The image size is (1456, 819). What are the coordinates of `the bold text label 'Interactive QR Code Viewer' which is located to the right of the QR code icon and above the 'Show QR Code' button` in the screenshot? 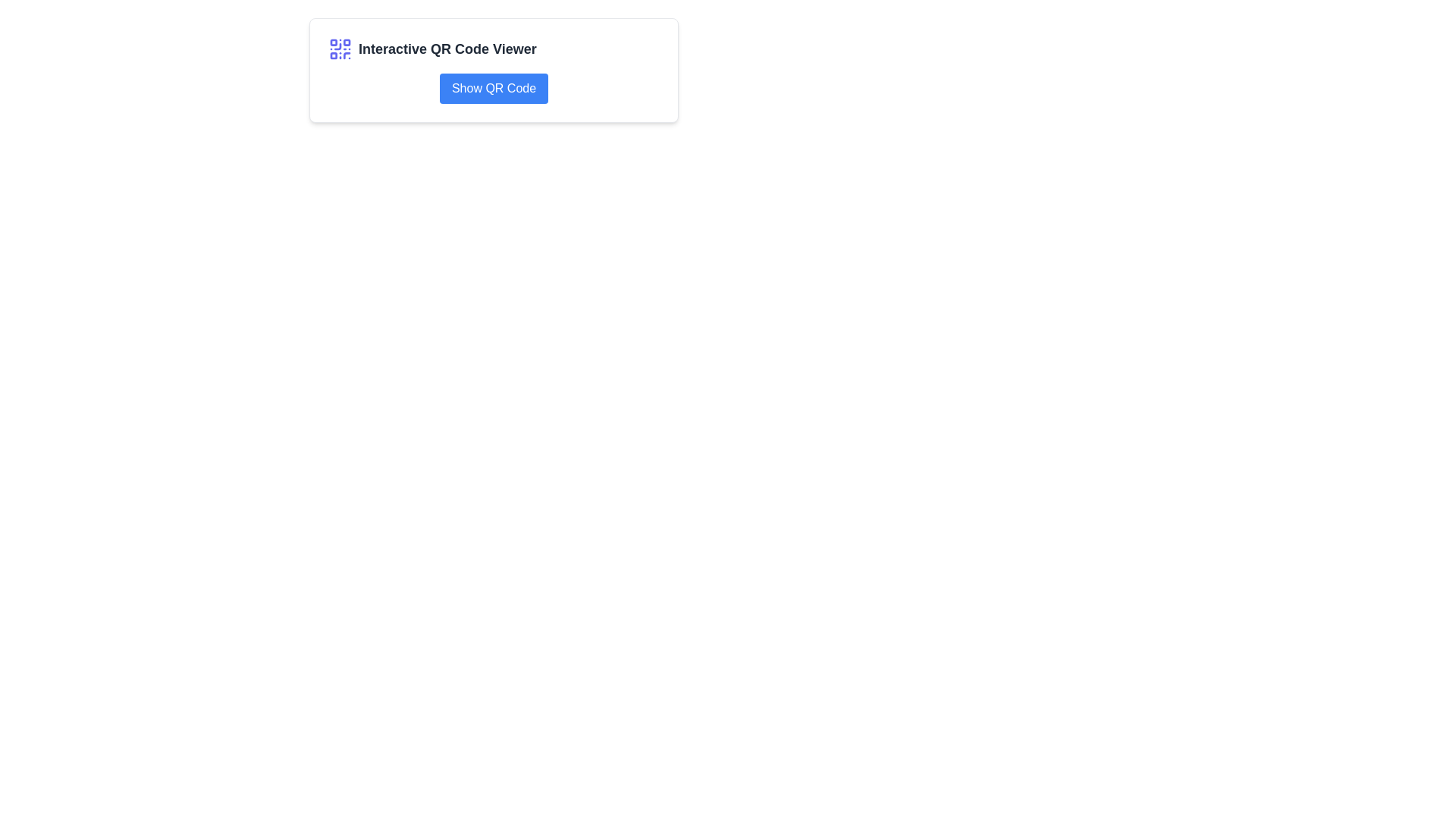 It's located at (447, 49).